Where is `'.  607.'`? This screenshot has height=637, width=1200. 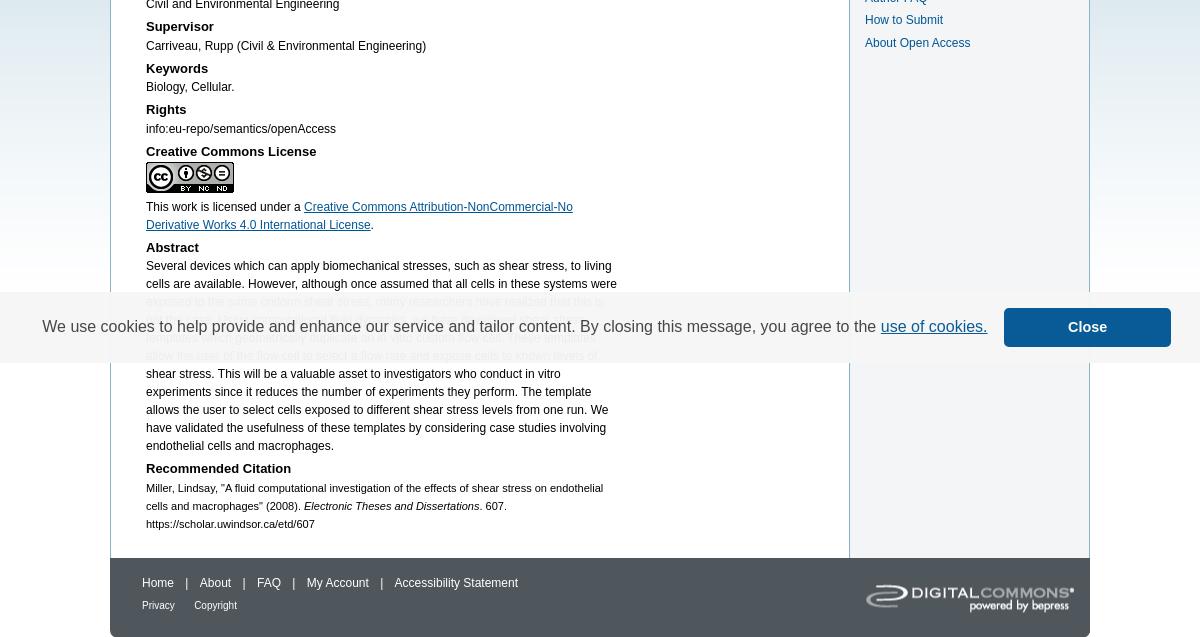 '.  607.' is located at coordinates (491, 504).